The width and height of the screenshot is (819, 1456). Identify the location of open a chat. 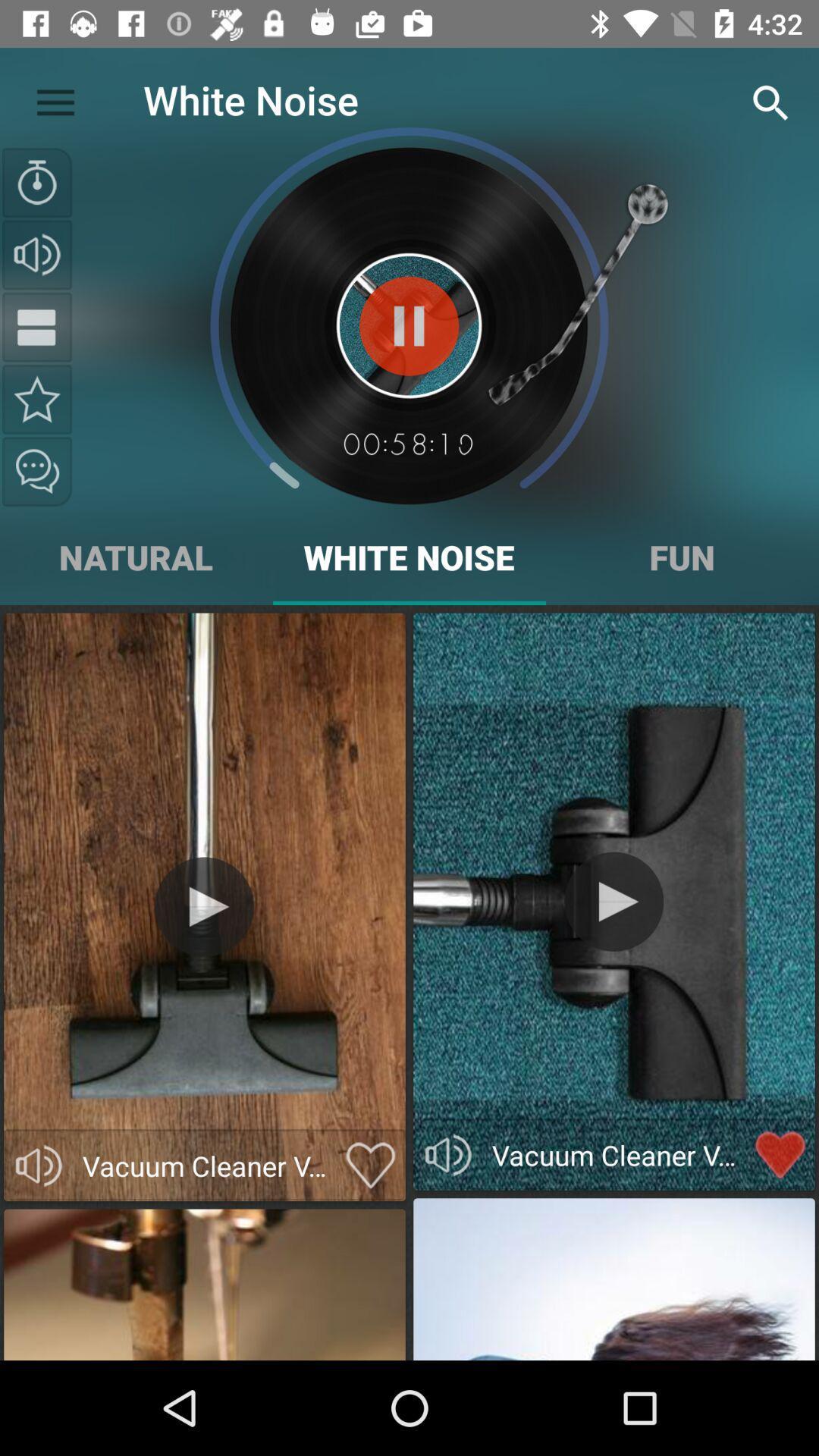
(36, 471).